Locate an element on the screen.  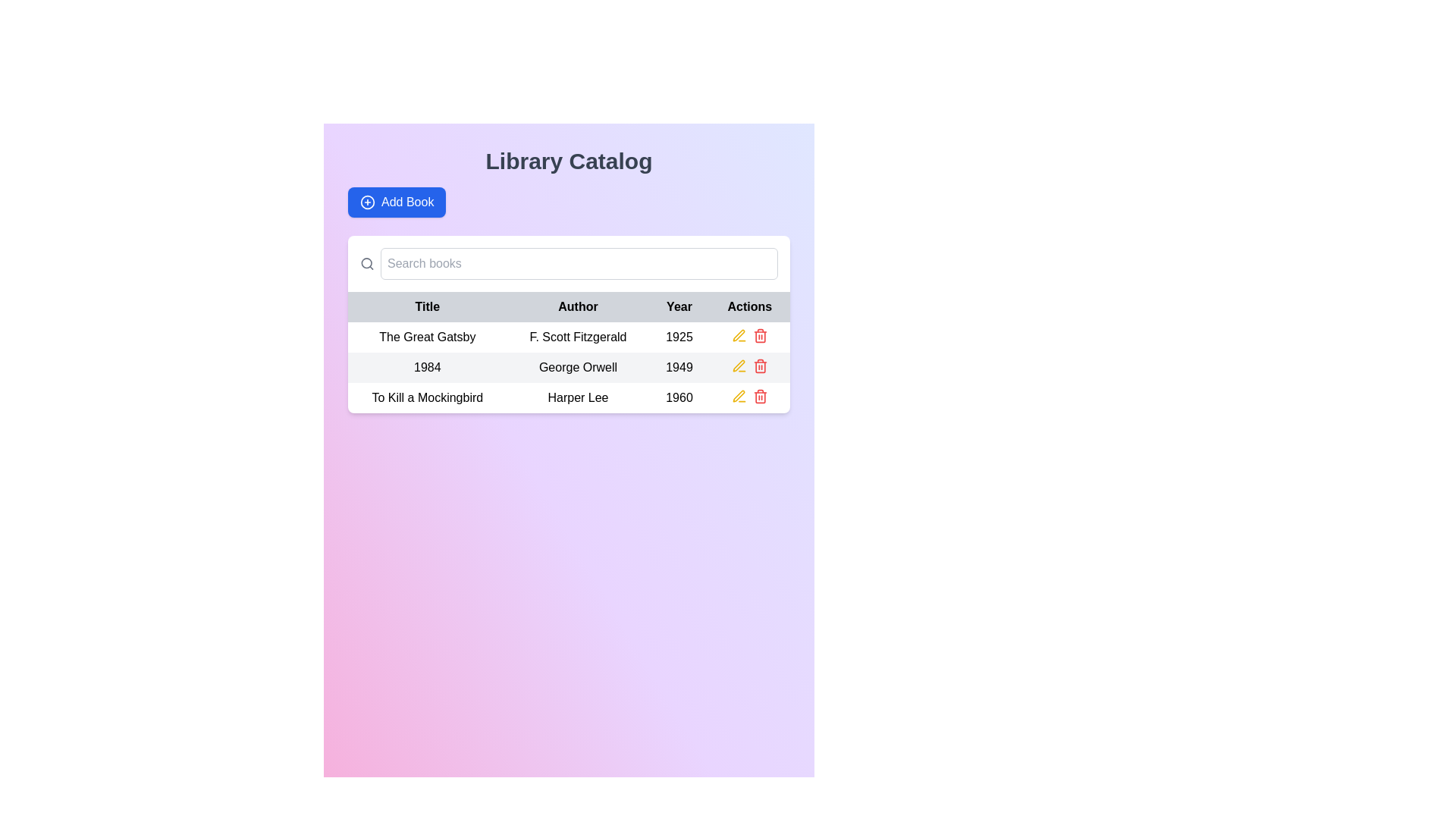
the text '1925' in the 'Year' column of the library catalog interface, which is located in the first row of the table, following 'F. Scott Fitzgerald' and preceding 'Actions' is located at coordinates (679, 336).